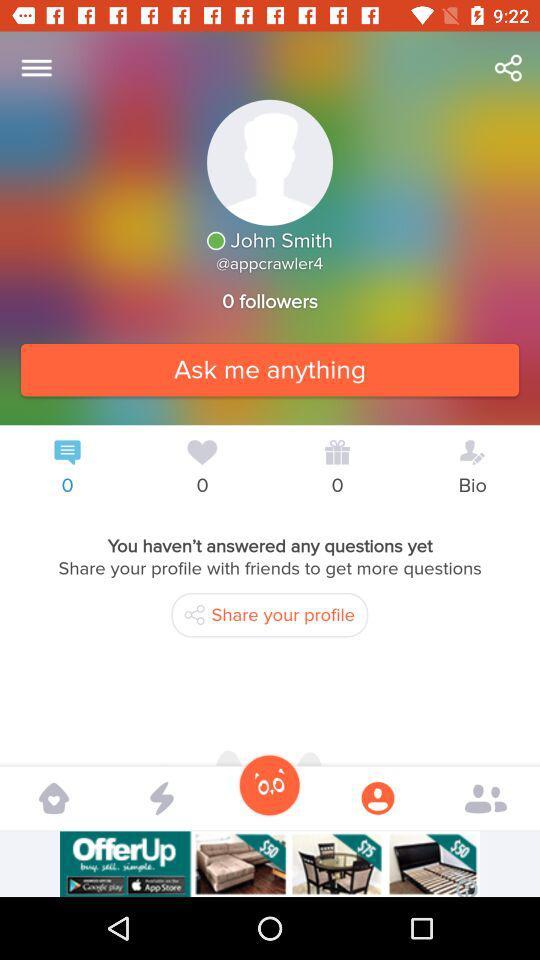 This screenshot has height=960, width=540. Describe the element at coordinates (269, 614) in the screenshot. I see `the share your profile button` at that location.